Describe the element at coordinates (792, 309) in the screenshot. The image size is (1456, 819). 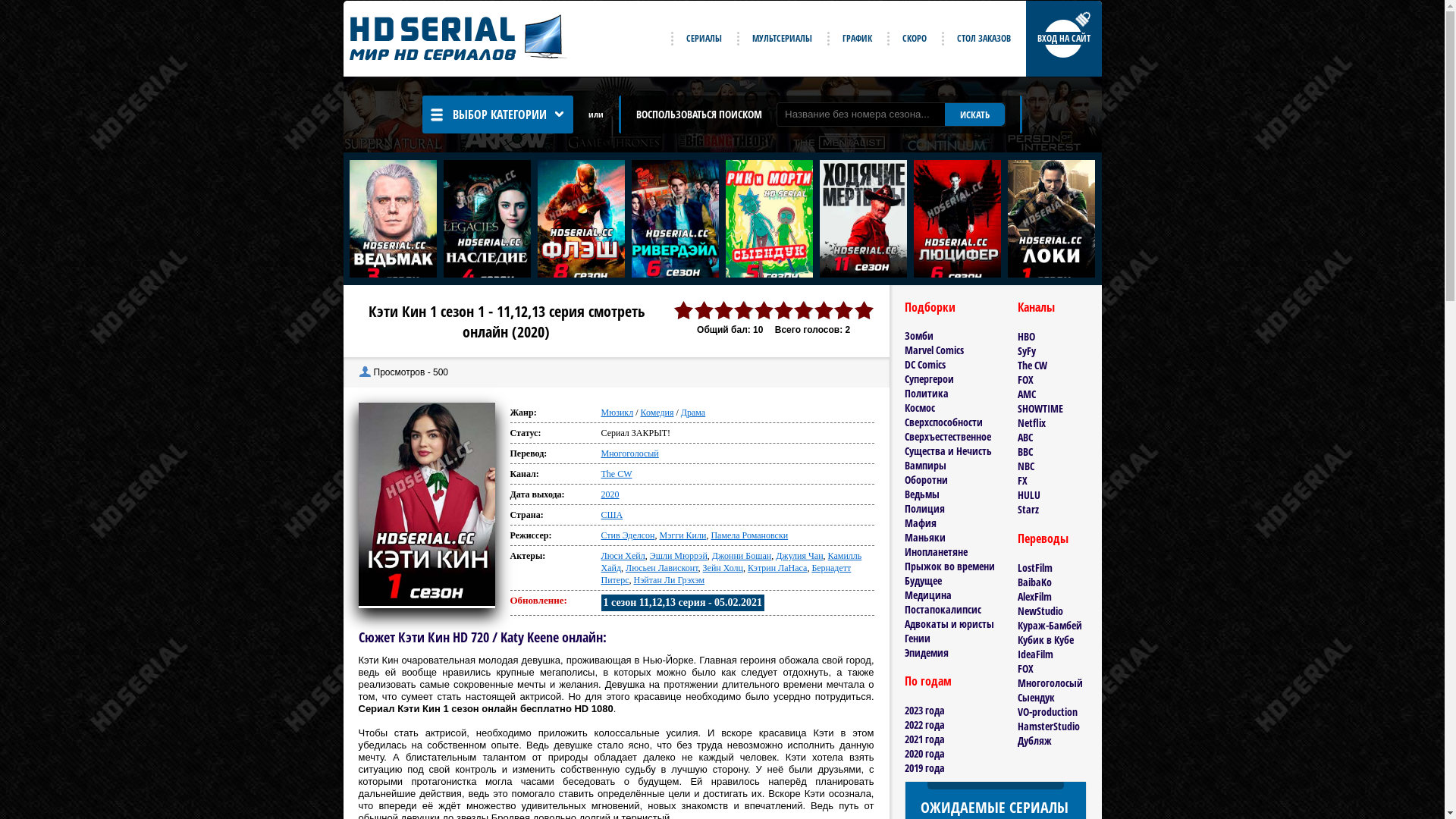
I see `'7'` at that location.